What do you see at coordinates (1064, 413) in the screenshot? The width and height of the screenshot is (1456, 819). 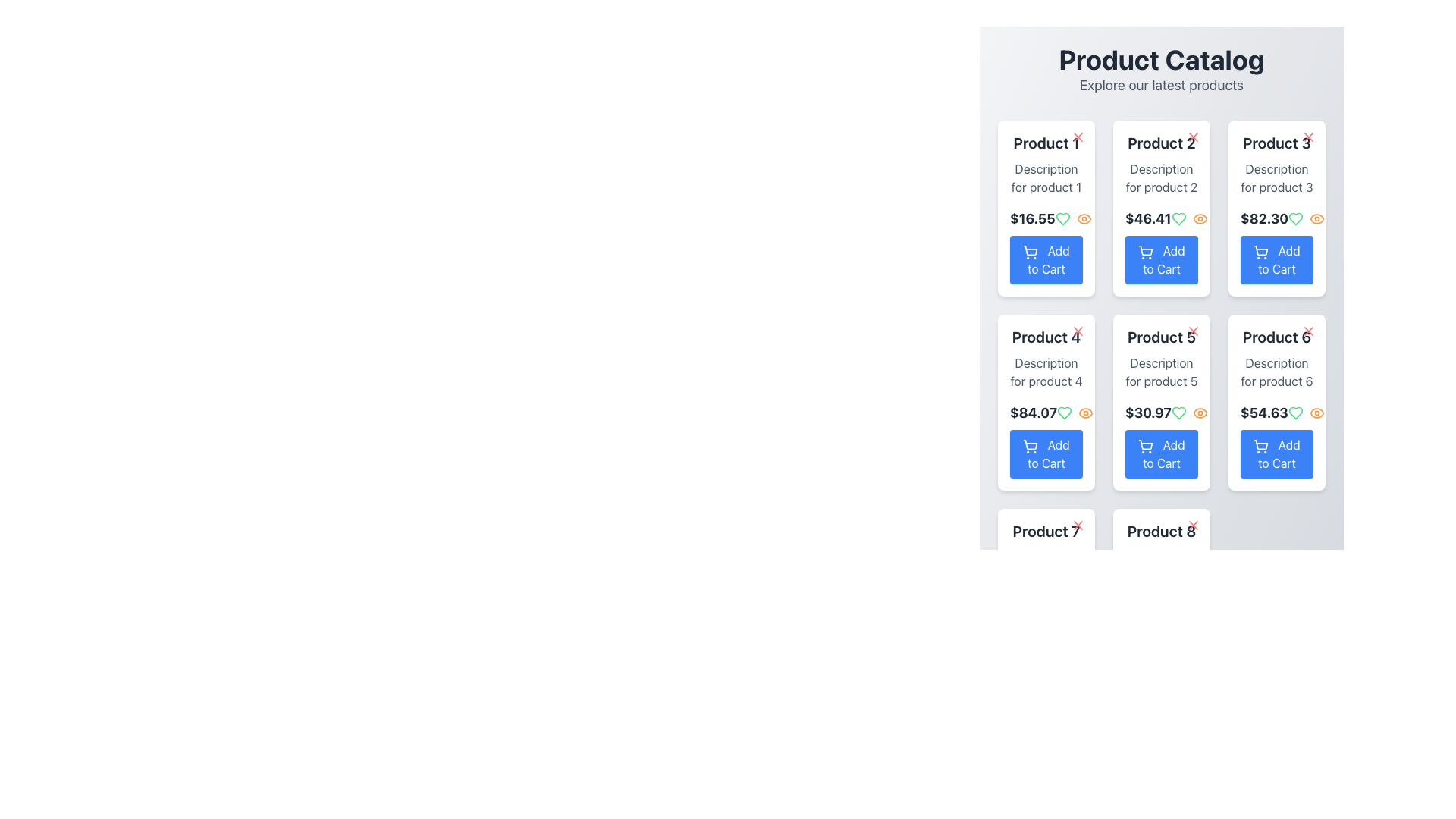 I see `the favorite icon button located below the price text '$84.07' for 'Product 4'` at bounding box center [1064, 413].